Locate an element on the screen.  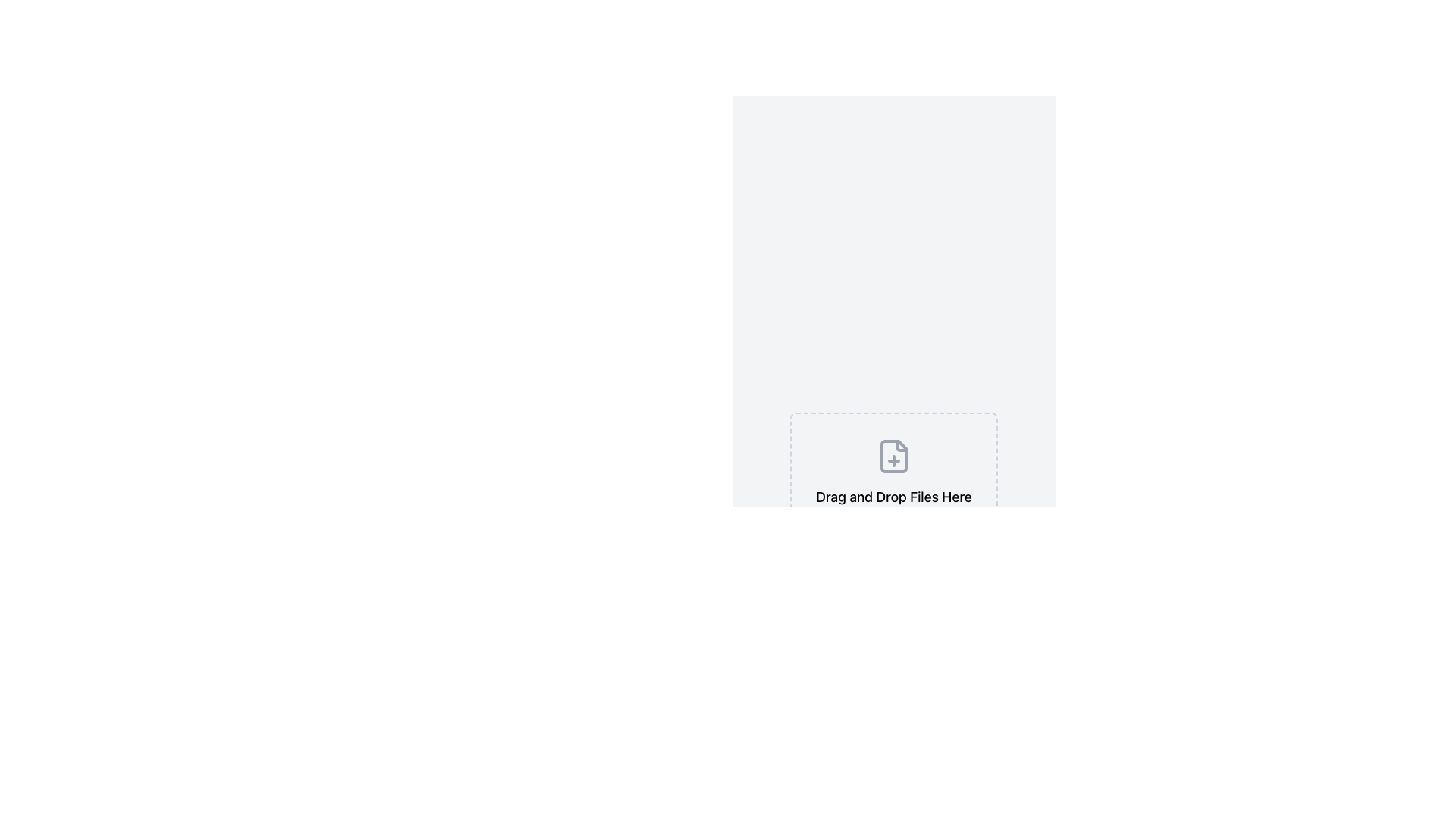
files onto the interactive drop zone for file upload, which features a document icon with a plus sign and the text 'Drag and Drop Files Here' is located at coordinates (894, 505).